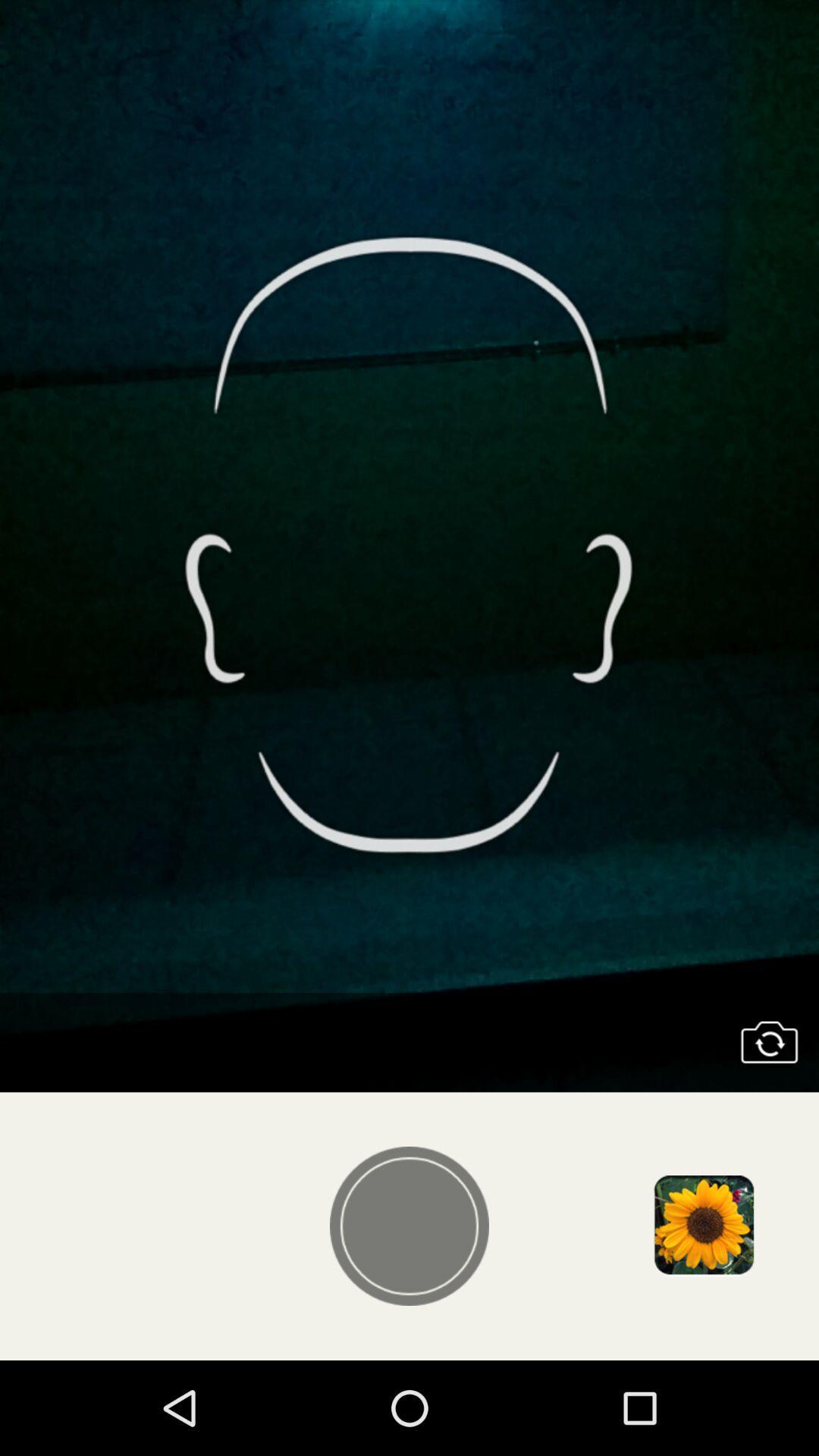 This screenshot has height=1456, width=819. Describe the element at coordinates (769, 1116) in the screenshot. I see `the photo icon` at that location.